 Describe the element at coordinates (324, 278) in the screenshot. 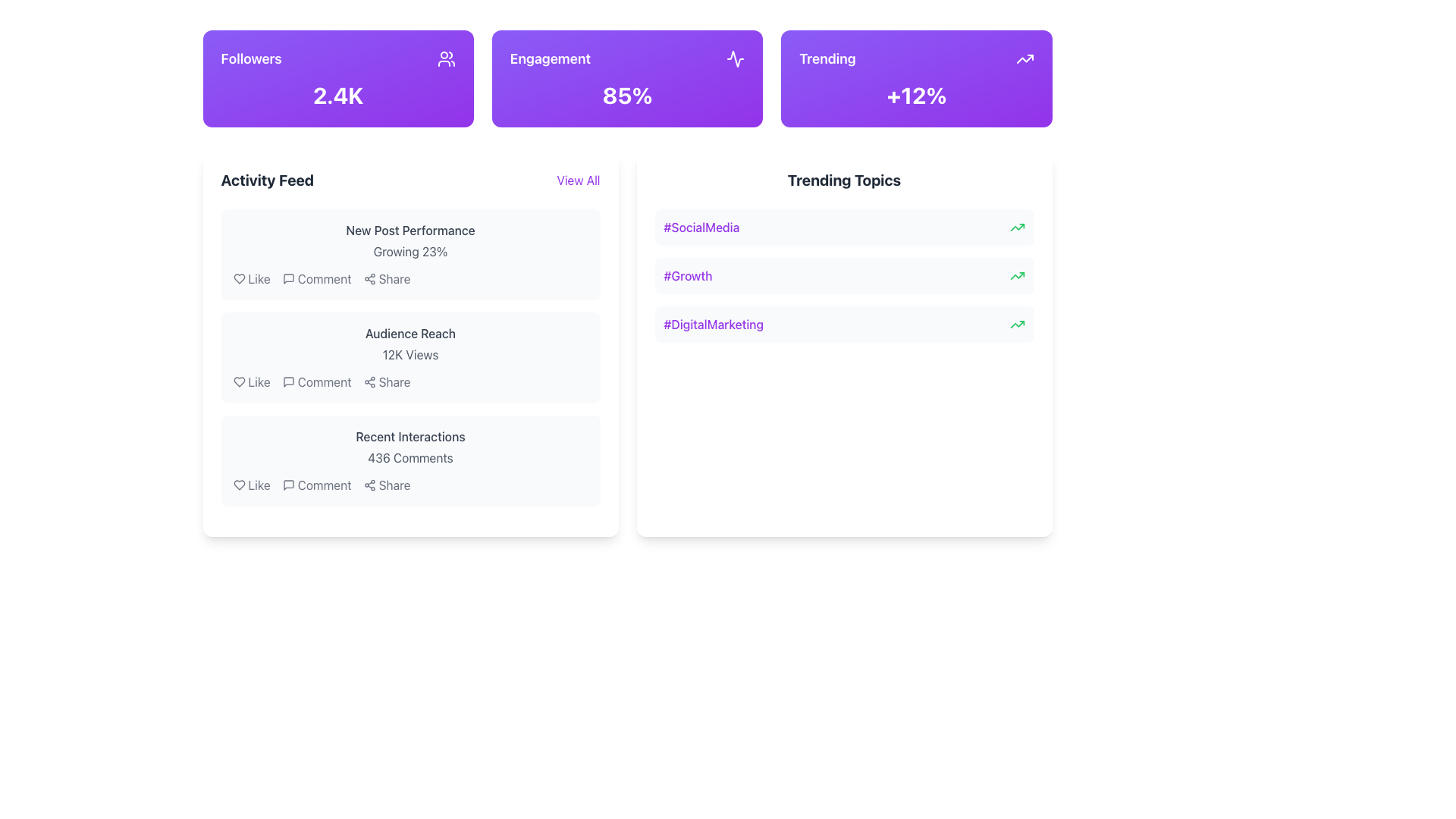

I see `the 'Comment' text label in gray font located in the 'Activity Feed' panel to initiate a comment action` at that location.